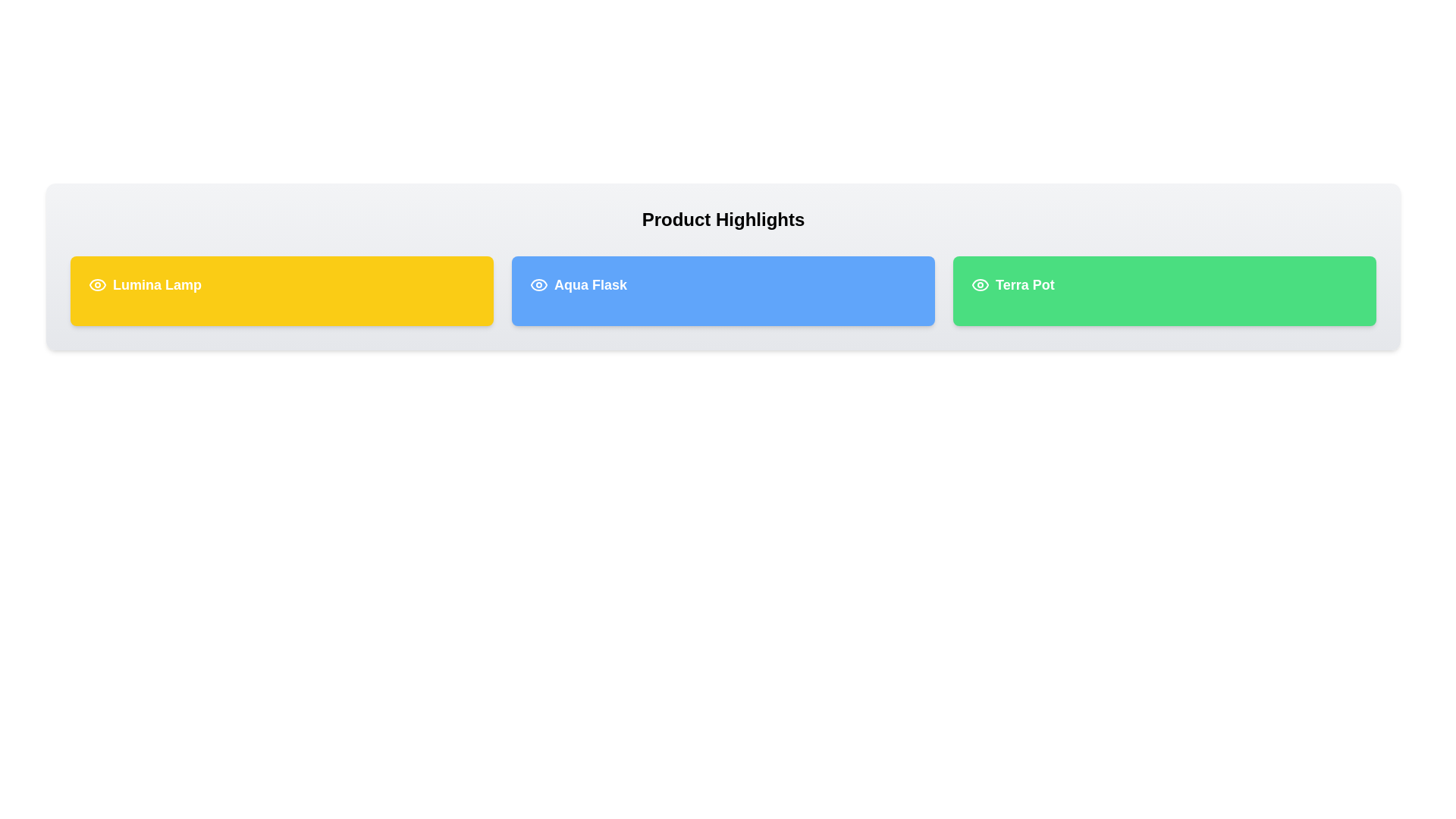 This screenshot has width=1456, height=819. Describe the element at coordinates (1025, 284) in the screenshot. I see `the text label representing the title of a product, positioned in the third column next to 'Aqua Flask' and beneath 'Product Highlights'` at that location.